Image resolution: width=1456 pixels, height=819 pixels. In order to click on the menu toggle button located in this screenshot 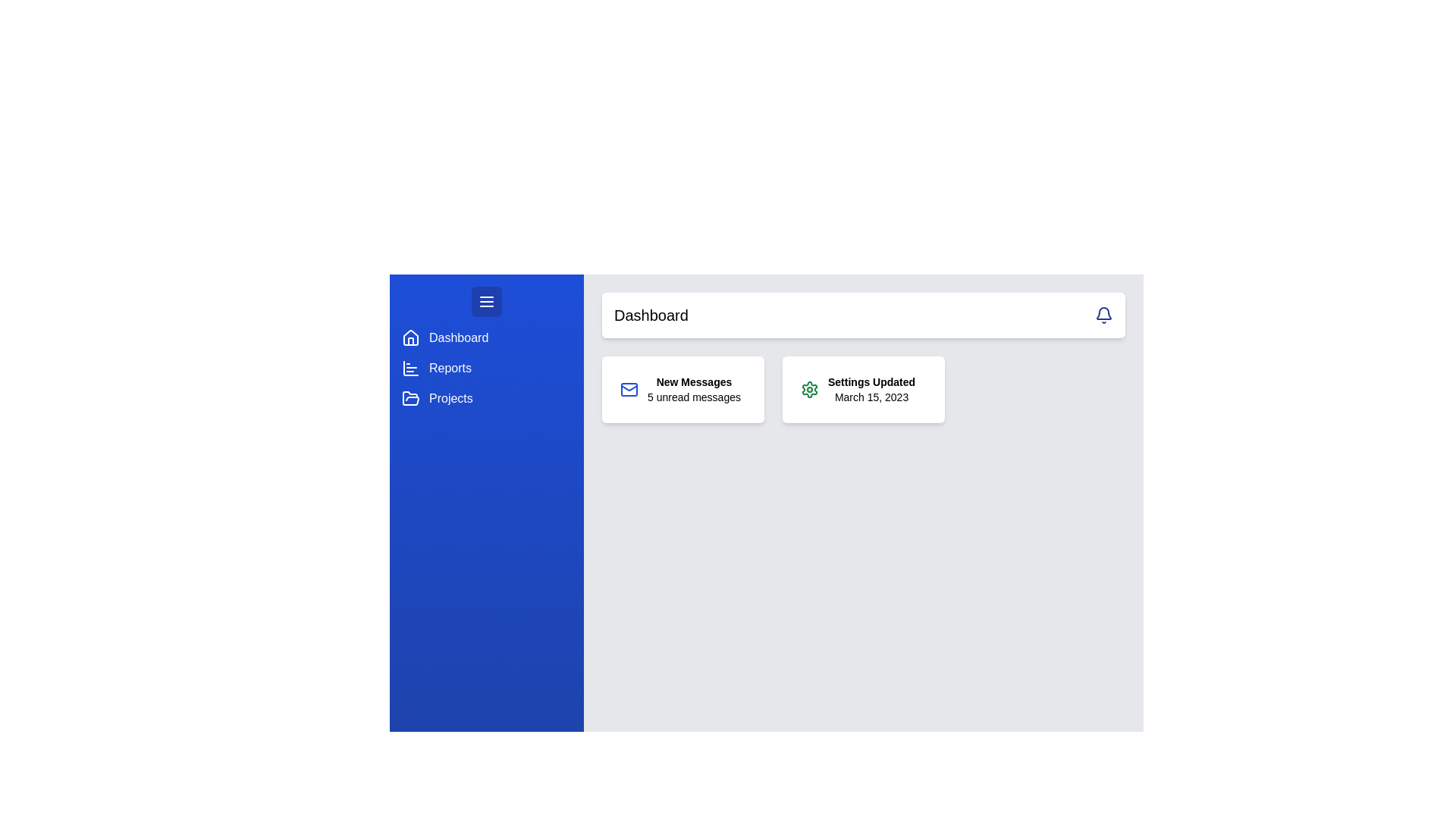, I will do `click(487, 301)`.